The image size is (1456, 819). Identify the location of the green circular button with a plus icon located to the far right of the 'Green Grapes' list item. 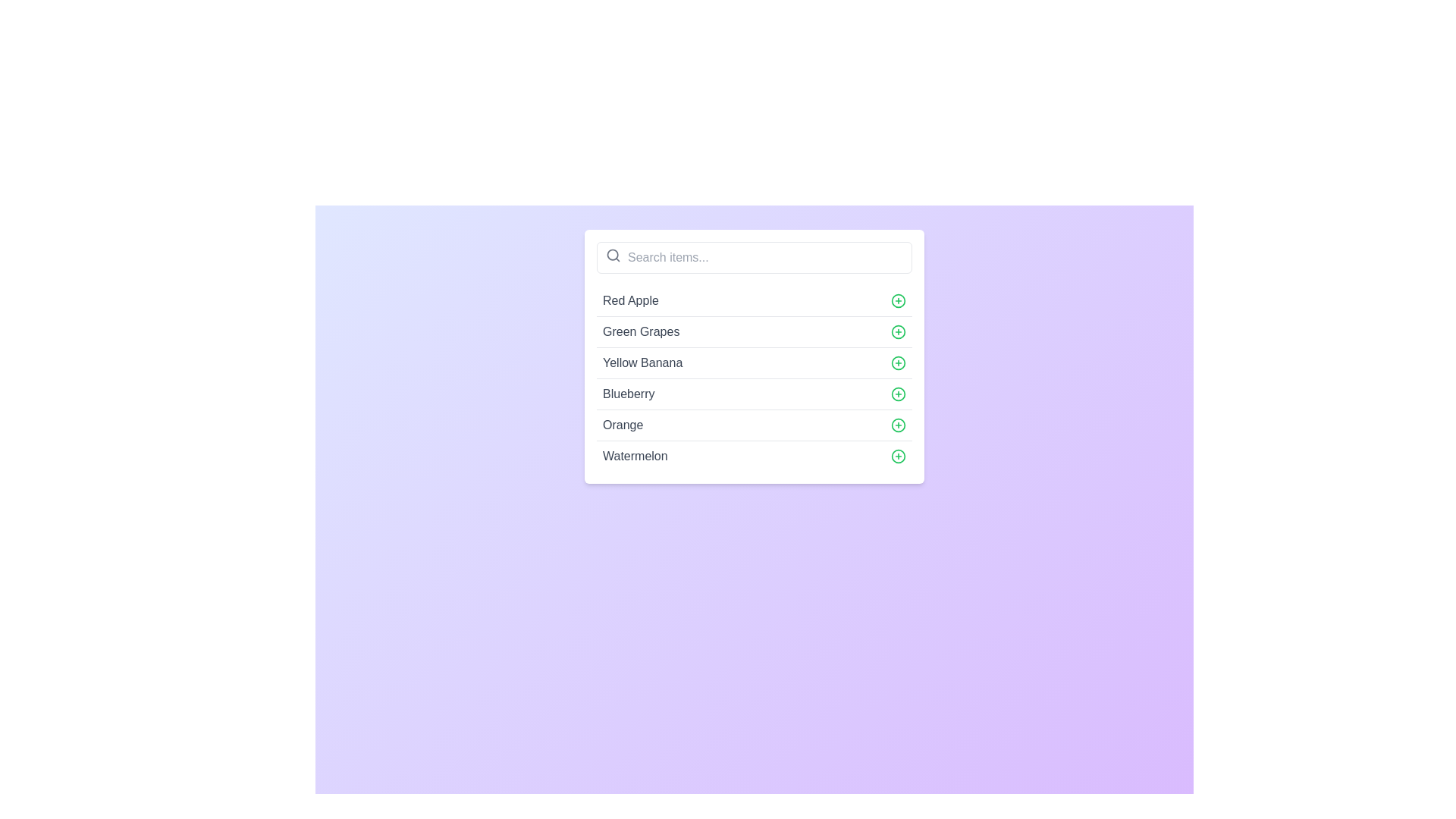
(899, 331).